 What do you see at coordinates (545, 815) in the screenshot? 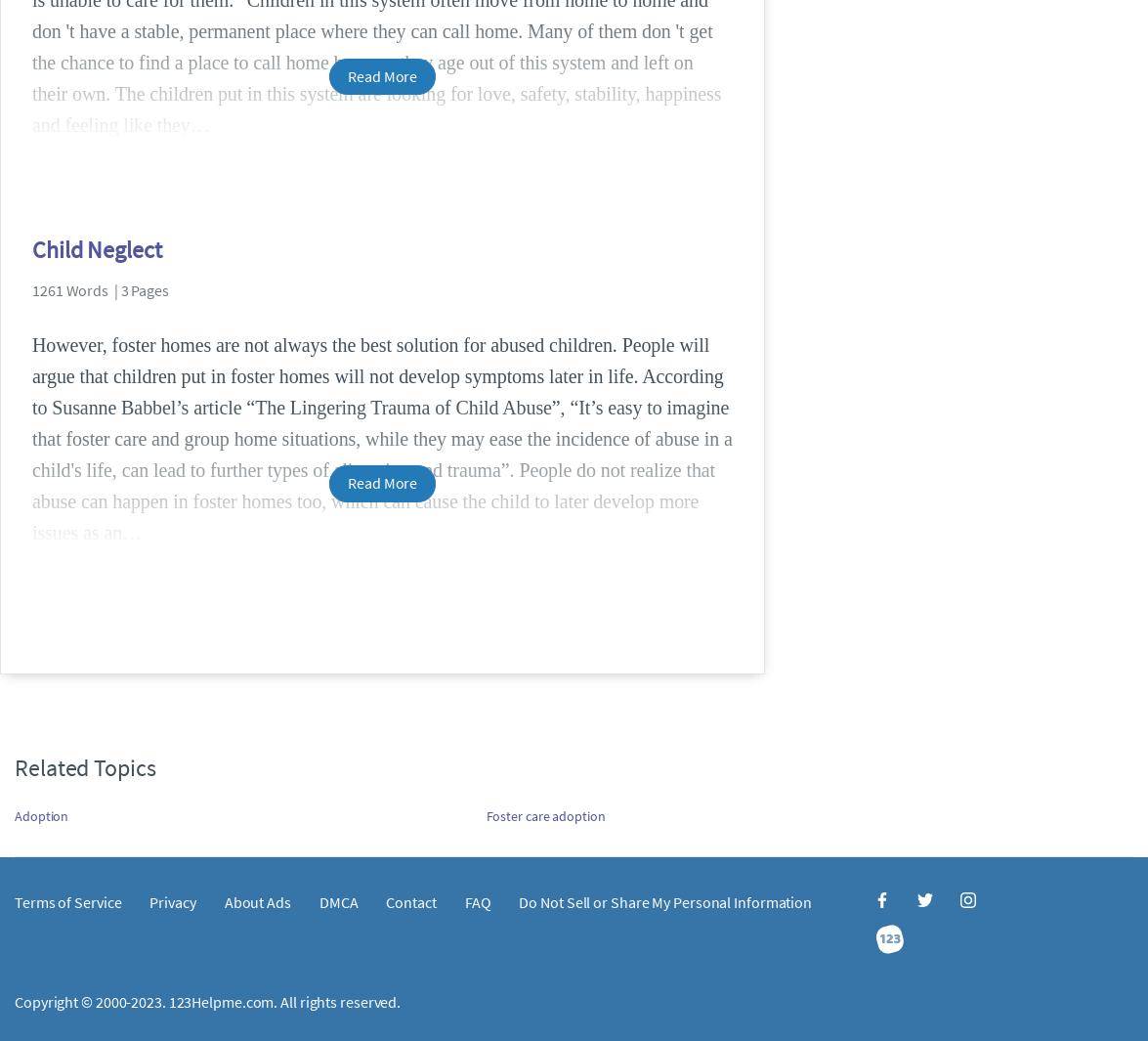
I see `'Foster care adoption'` at bounding box center [545, 815].